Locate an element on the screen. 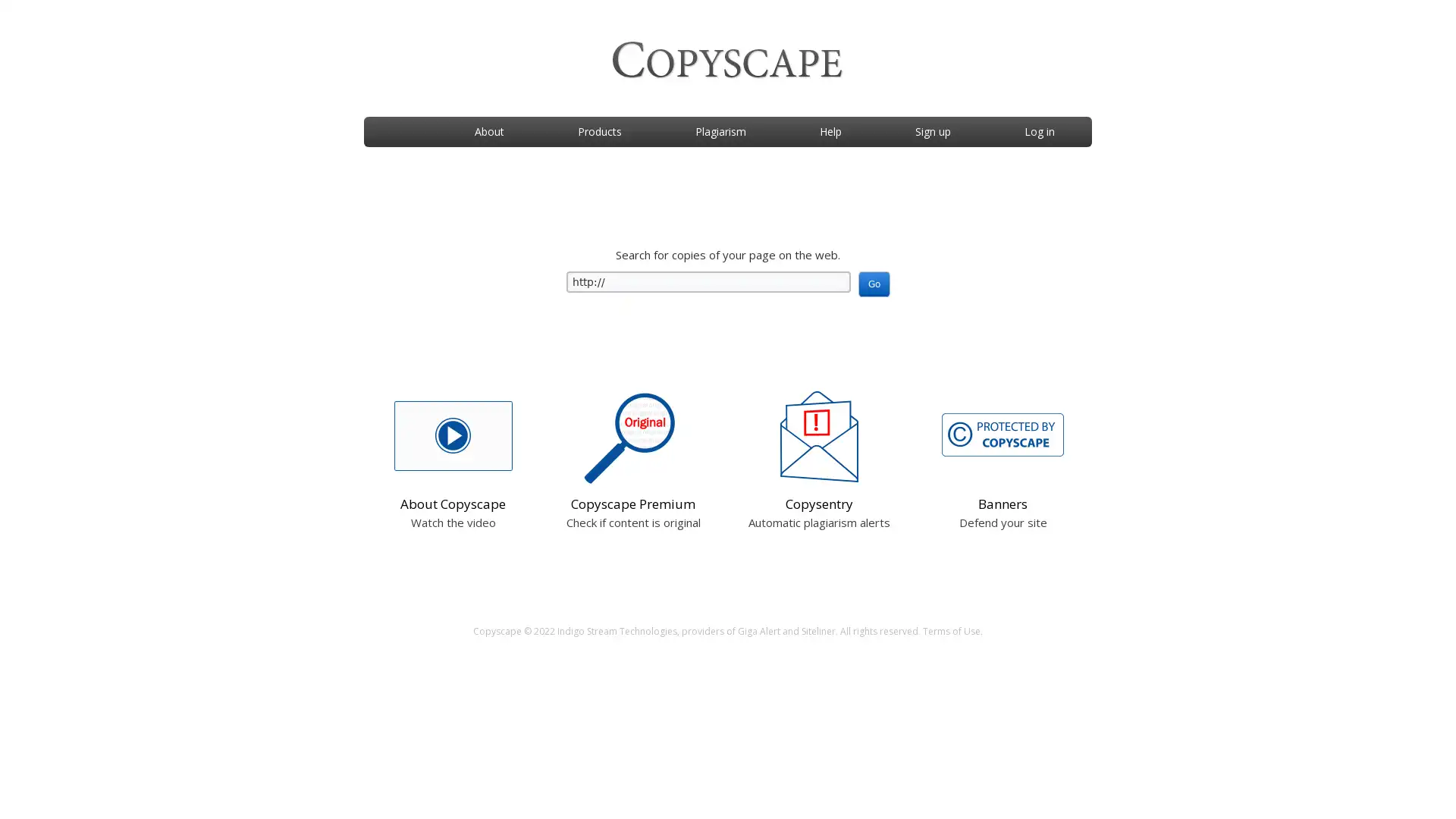  Go is located at coordinates (874, 284).